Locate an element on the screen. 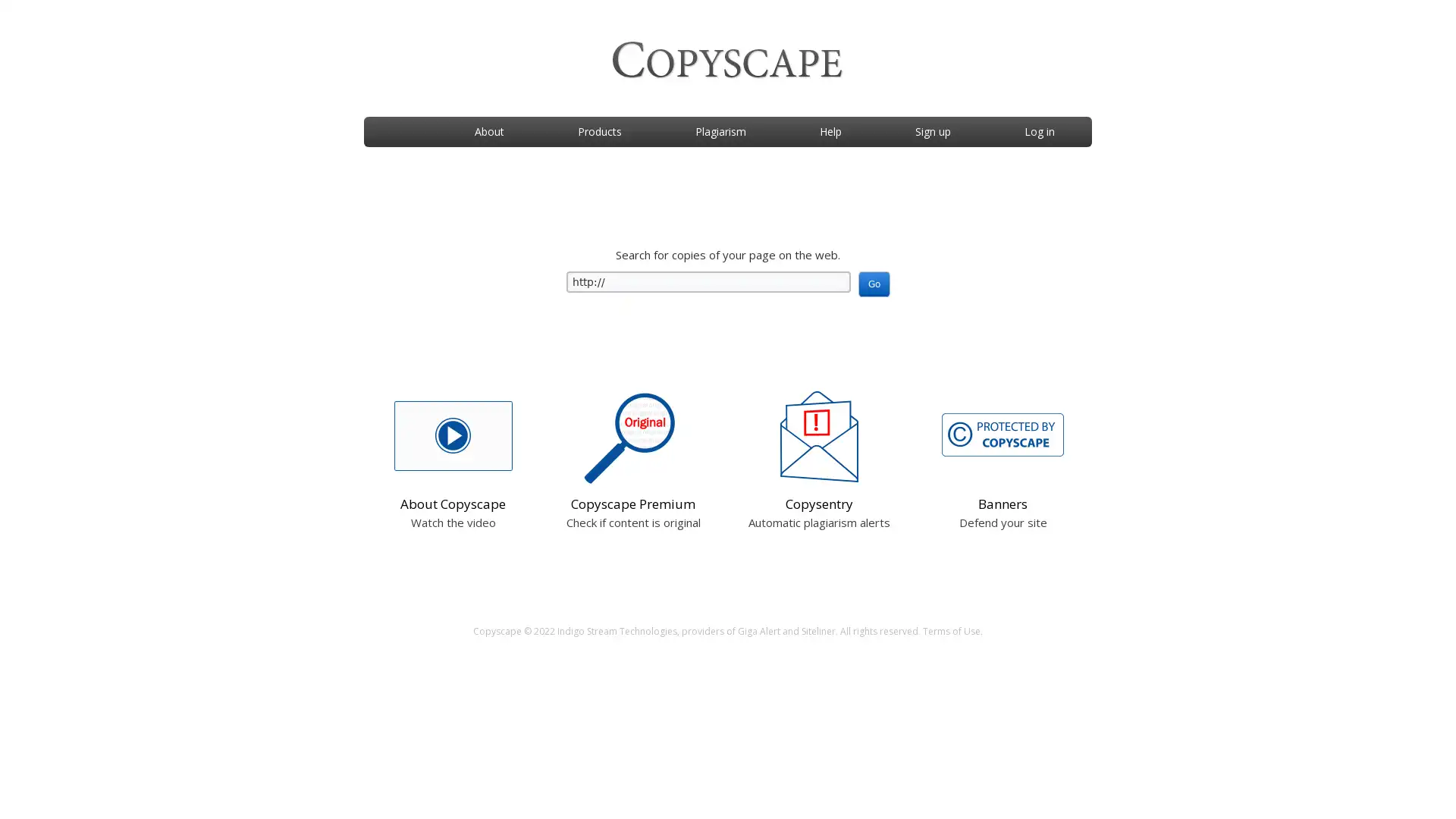  Go is located at coordinates (874, 284).